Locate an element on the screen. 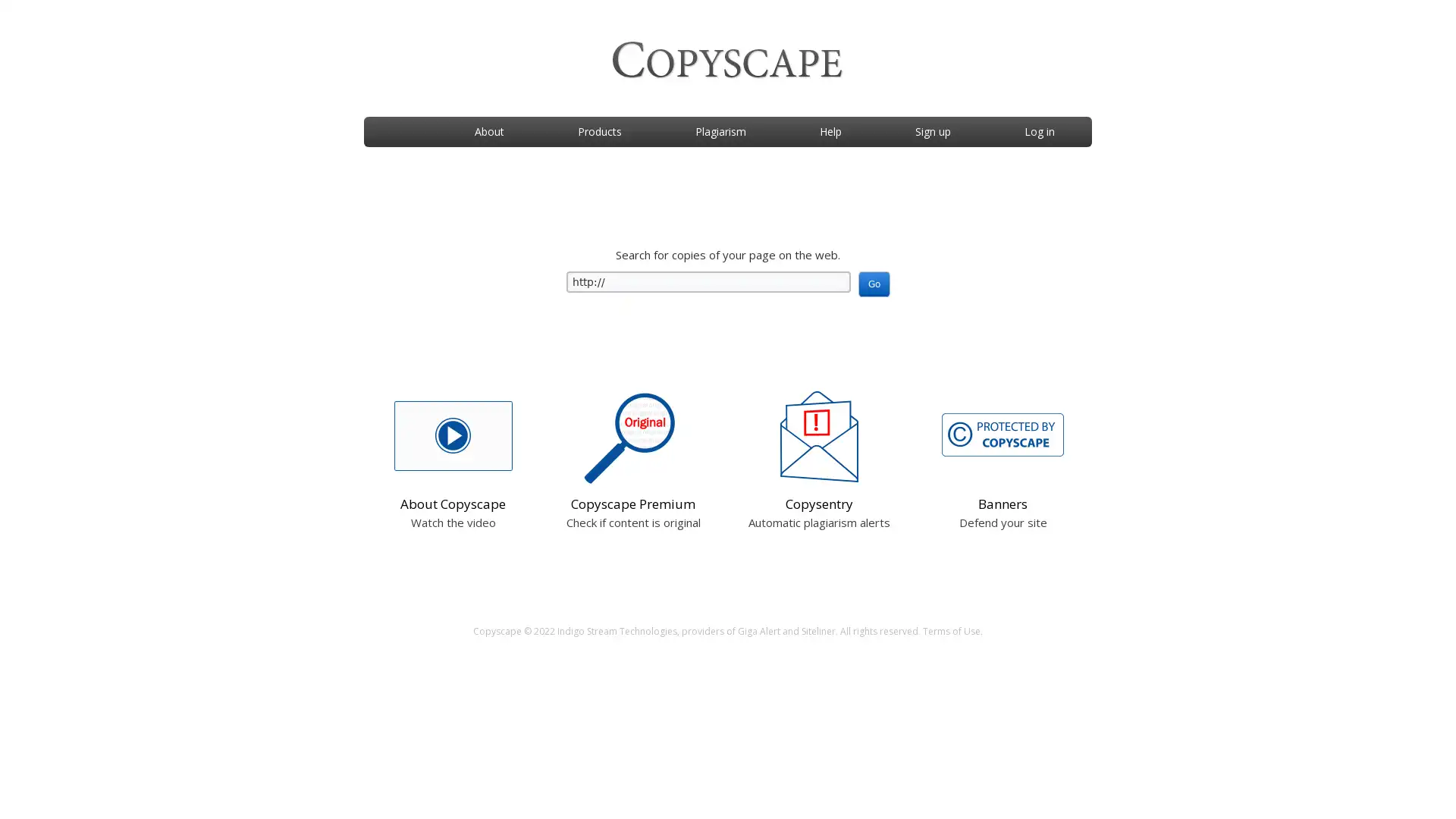  Go is located at coordinates (874, 284).